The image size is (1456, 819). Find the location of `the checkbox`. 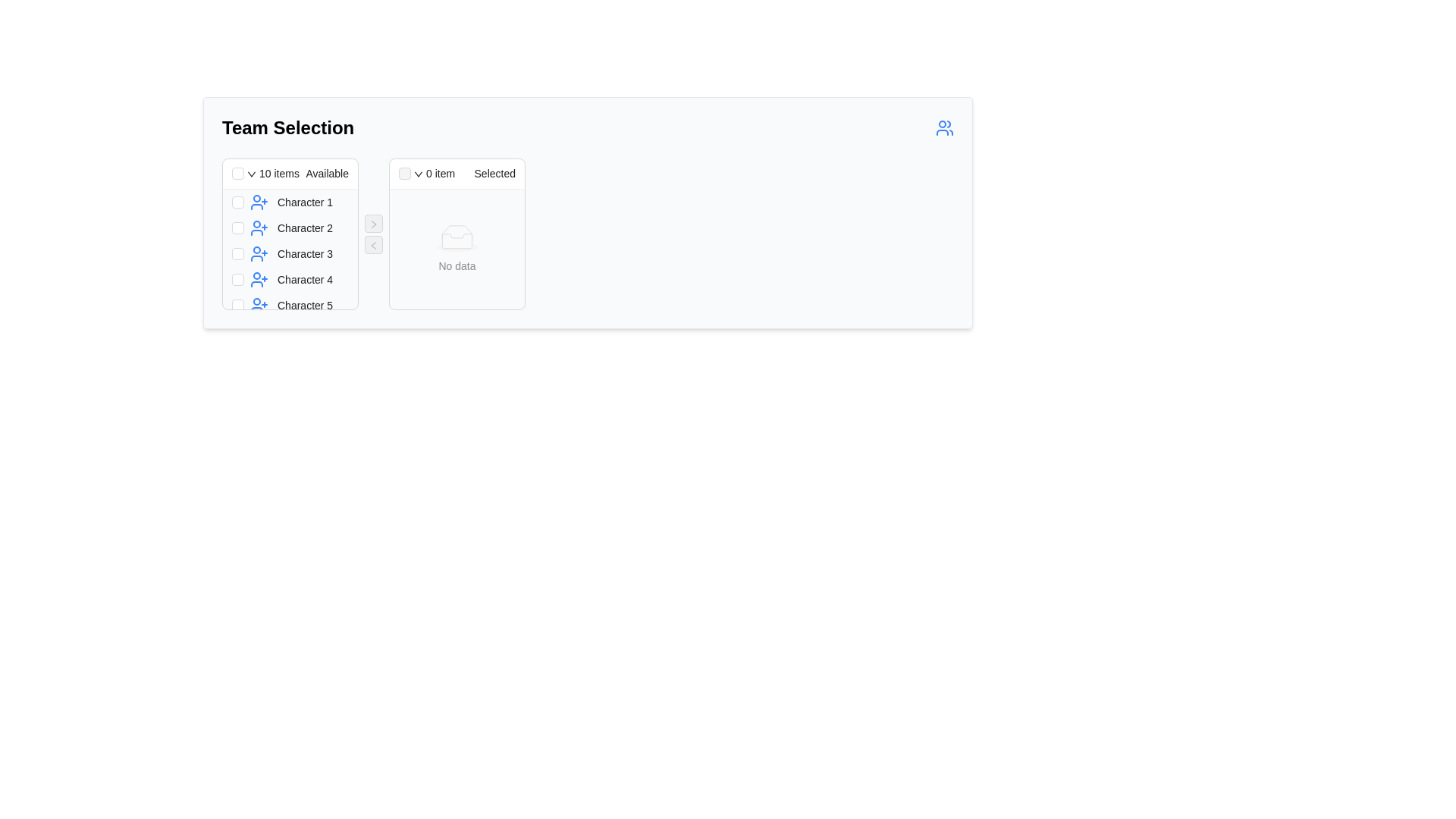

the checkbox is located at coordinates (290, 201).